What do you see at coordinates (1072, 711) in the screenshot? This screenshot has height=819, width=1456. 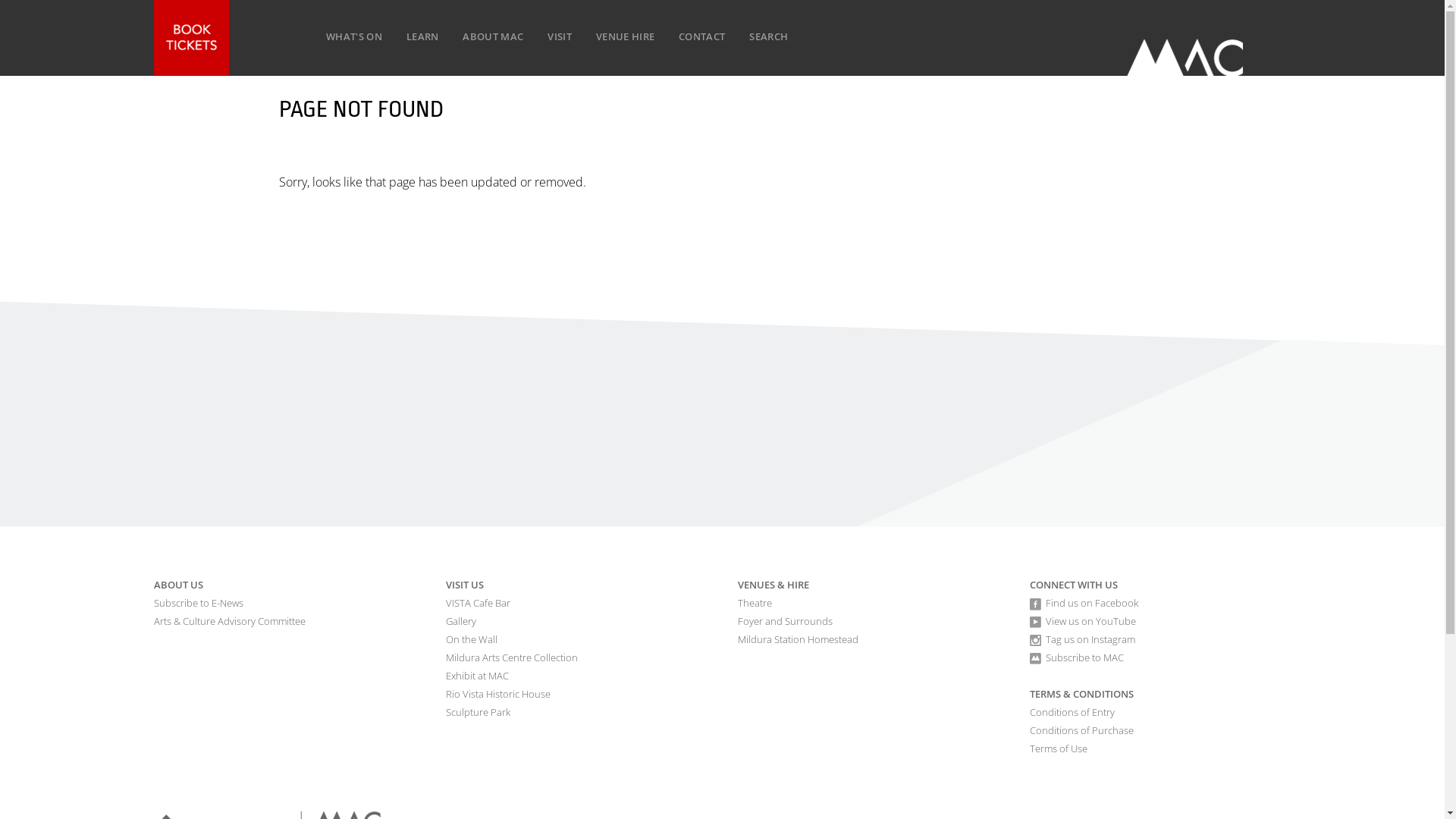 I see `'Conditions of Entry'` at bounding box center [1072, 711].